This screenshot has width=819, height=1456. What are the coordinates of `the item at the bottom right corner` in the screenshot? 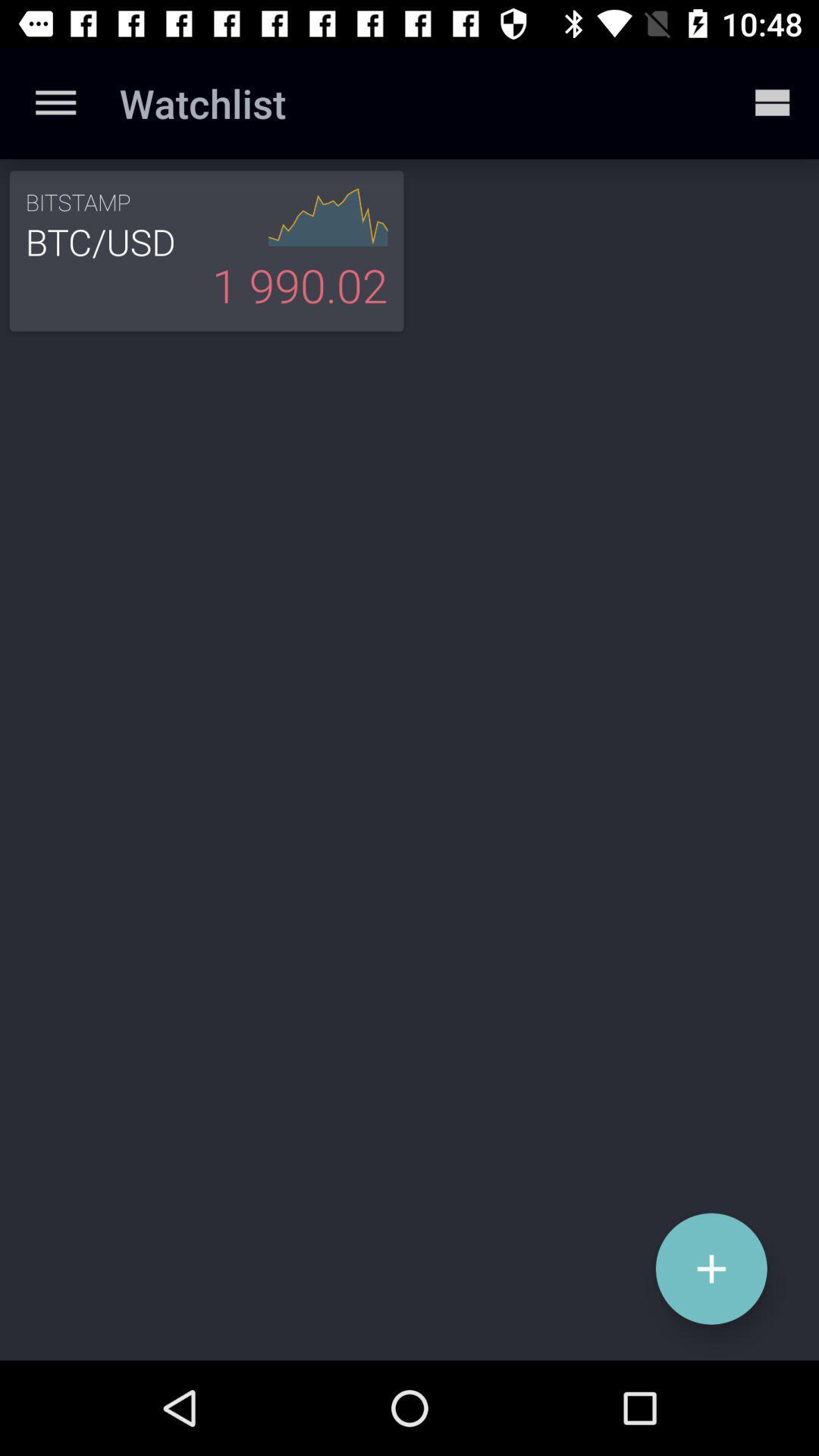 It's located at (711, 1269).